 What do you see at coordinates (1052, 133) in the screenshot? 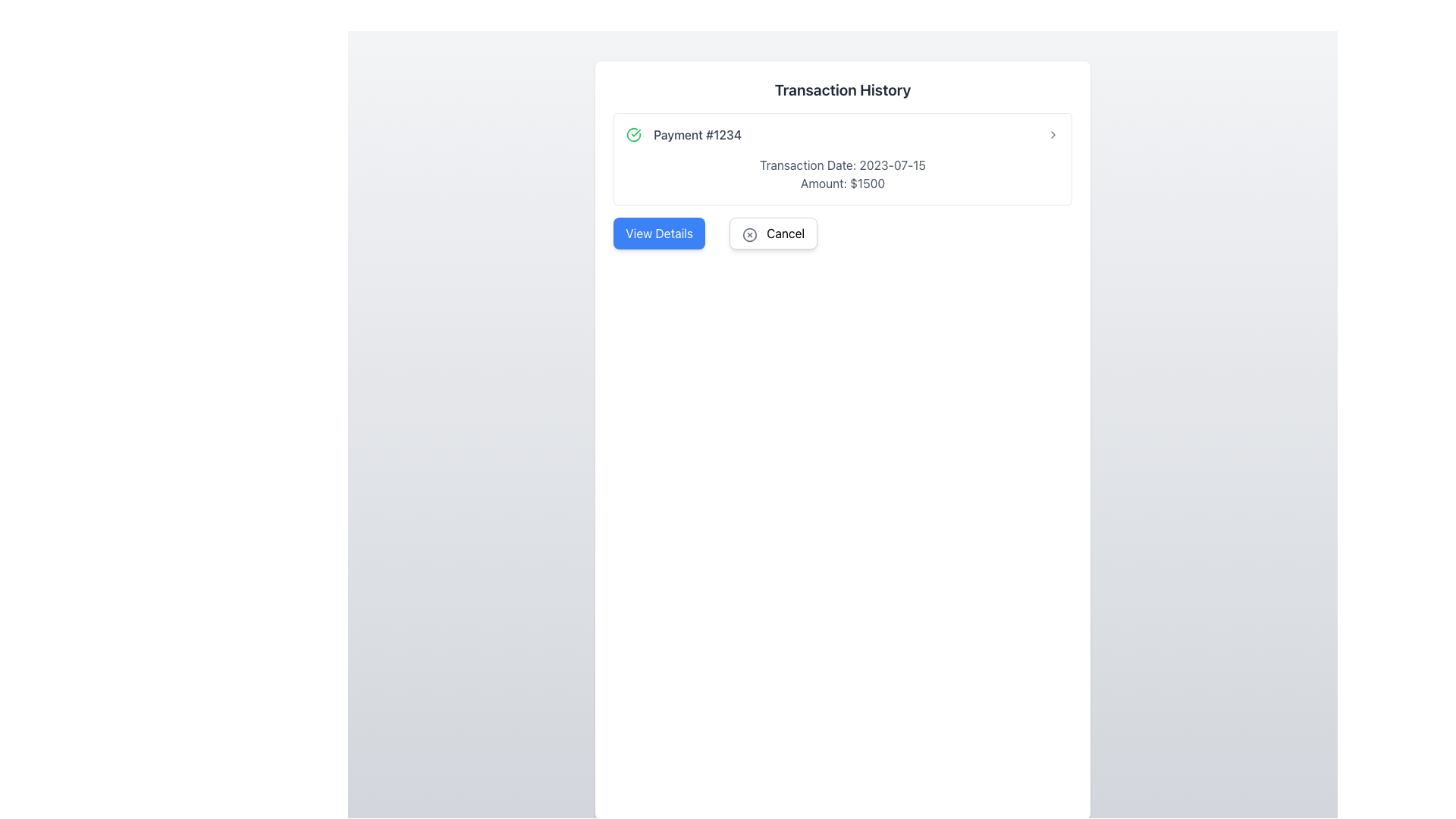
I see `the rightward-facing chevron icon used for navigation, located at the far right of the 'Payment #1234' section` at bounding box center [1052, 133].